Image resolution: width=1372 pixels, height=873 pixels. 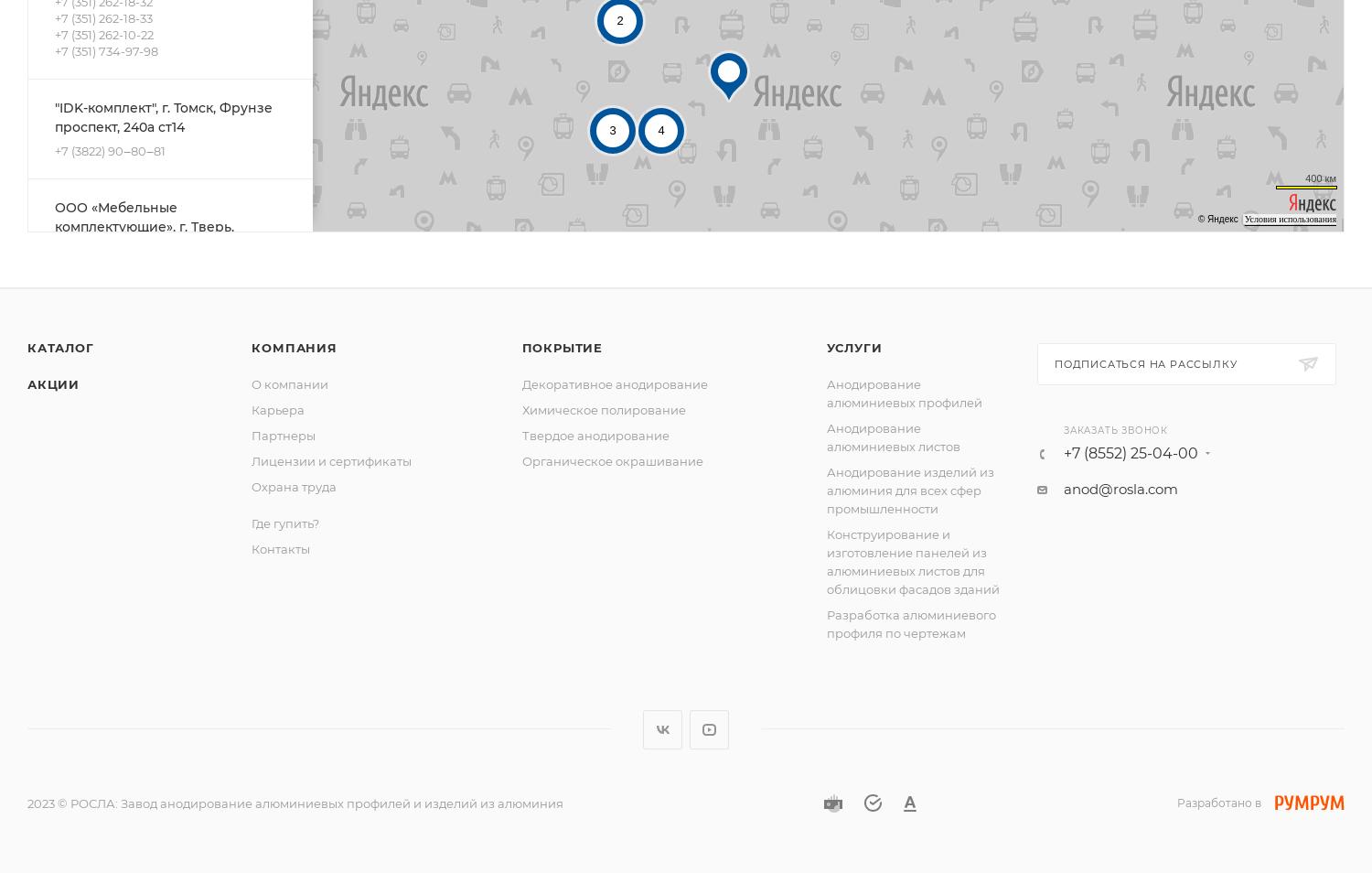 What do you see at coordinates (55, 115) in the screenshot?
I see `'"IDK-комплект", г. Томск, Фрунзе проспект, 240а ст14'` at bounding box center [55, 115].